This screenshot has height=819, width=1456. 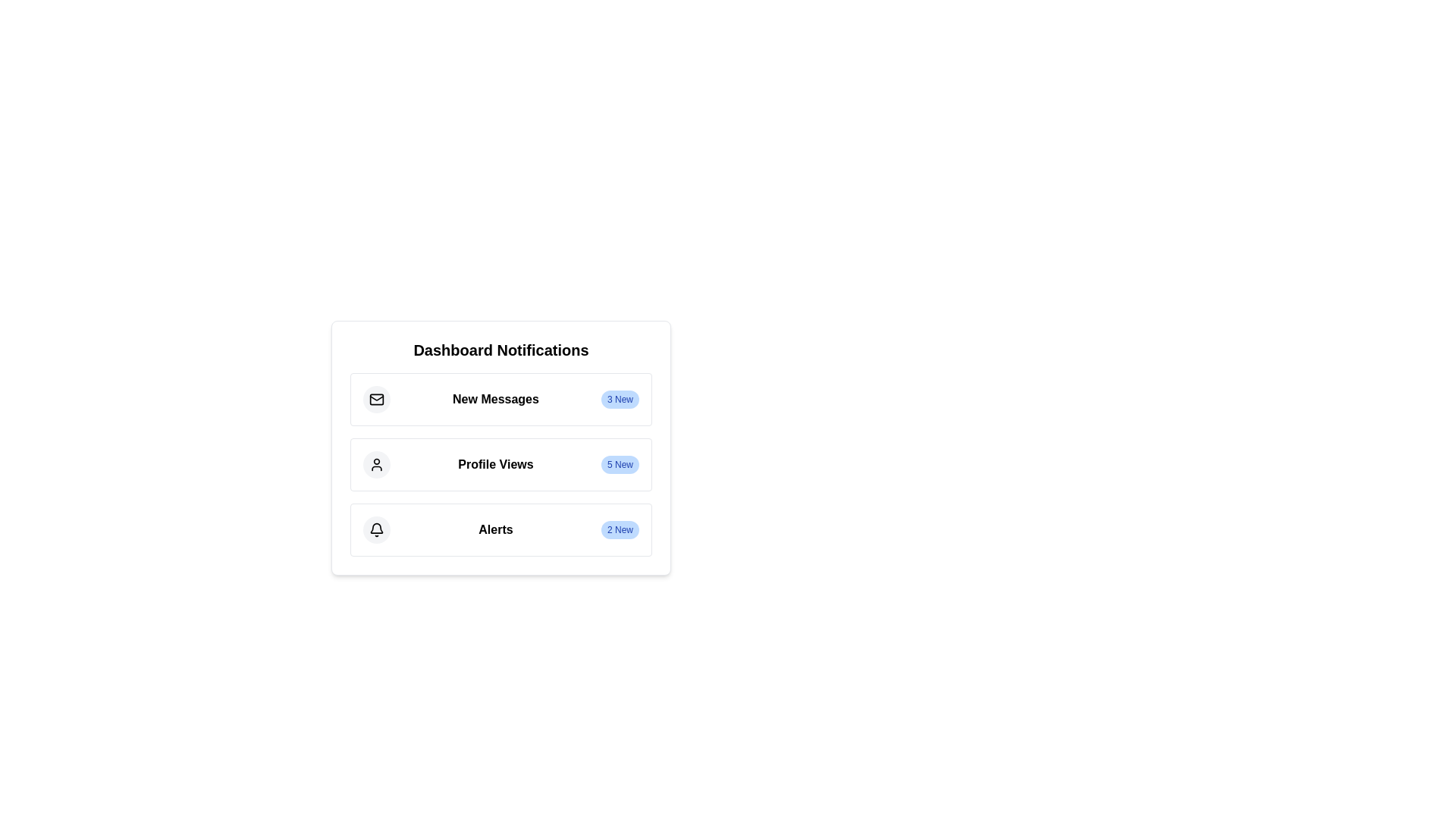 I want to click on the badge within the categorized notification sections of the 'Dashboard Notifications' card to acknowledge the notifications, so click(x=501, y=464).